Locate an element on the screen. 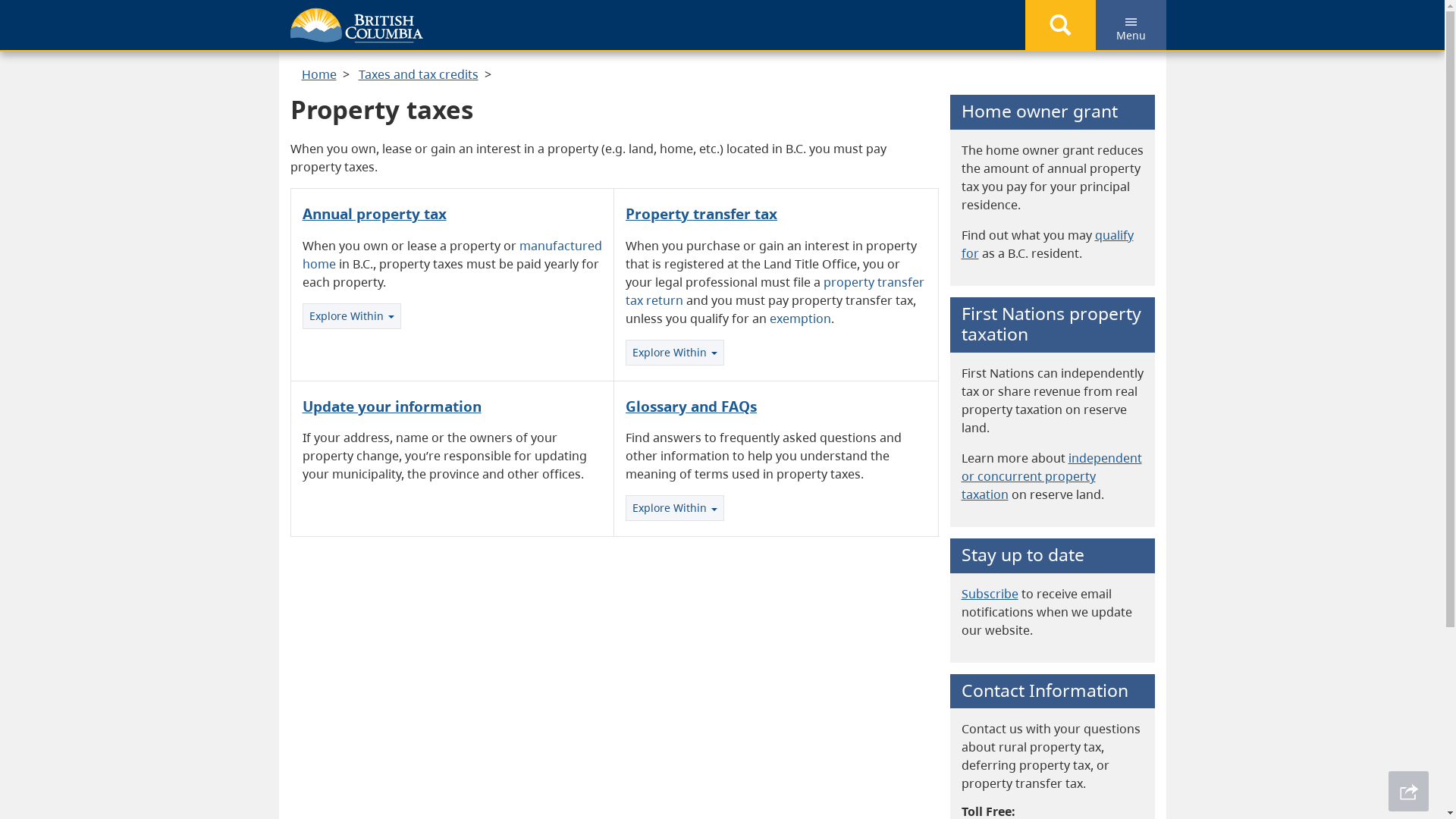 Image resolution: width=1456 pixels, height=819 pixels. 'Annual property tax' is located at coordinates (374, 213).